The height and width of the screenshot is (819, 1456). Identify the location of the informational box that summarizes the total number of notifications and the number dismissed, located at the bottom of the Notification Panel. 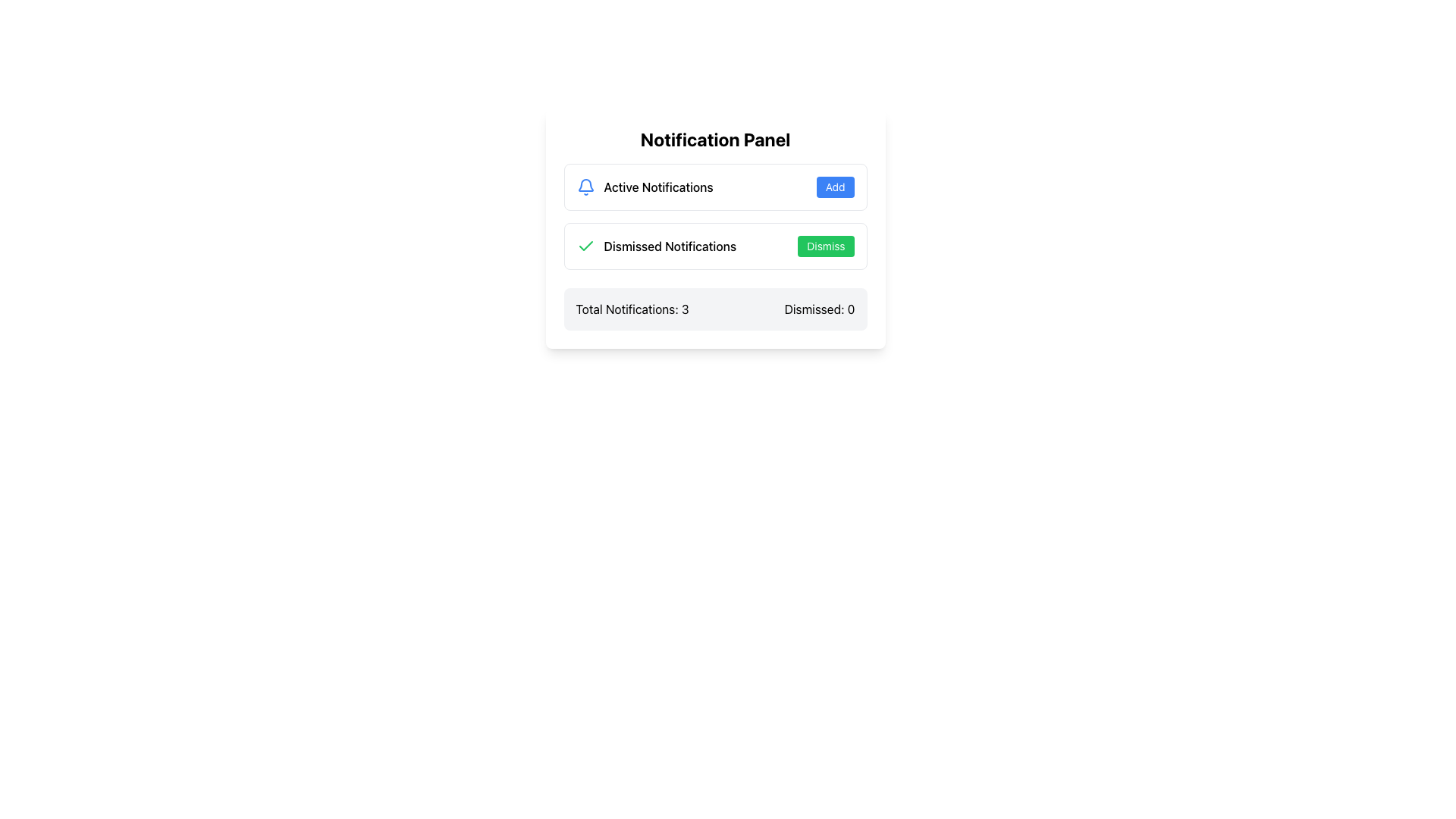
(714, 309).